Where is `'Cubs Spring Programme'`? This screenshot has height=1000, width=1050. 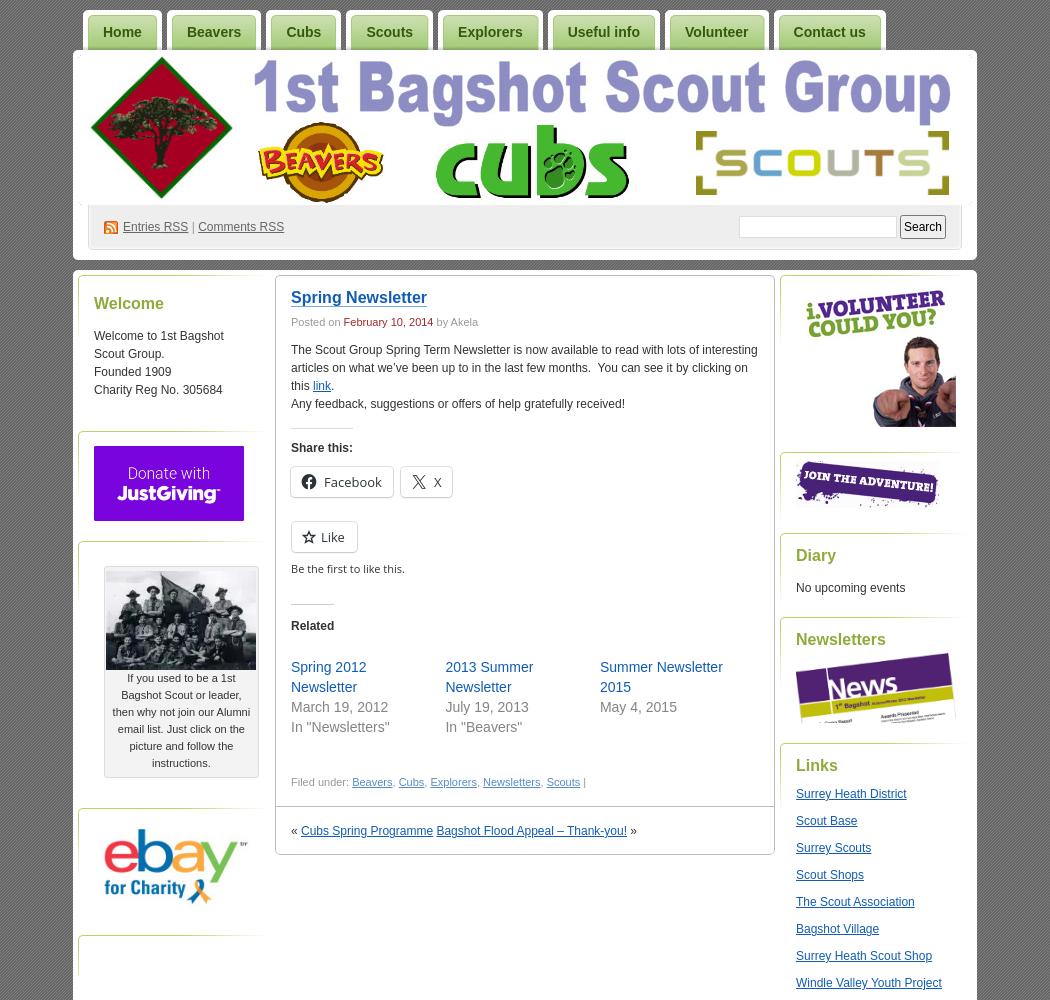
'Cubs Spring Programme' is located at coordinates (365, 830).